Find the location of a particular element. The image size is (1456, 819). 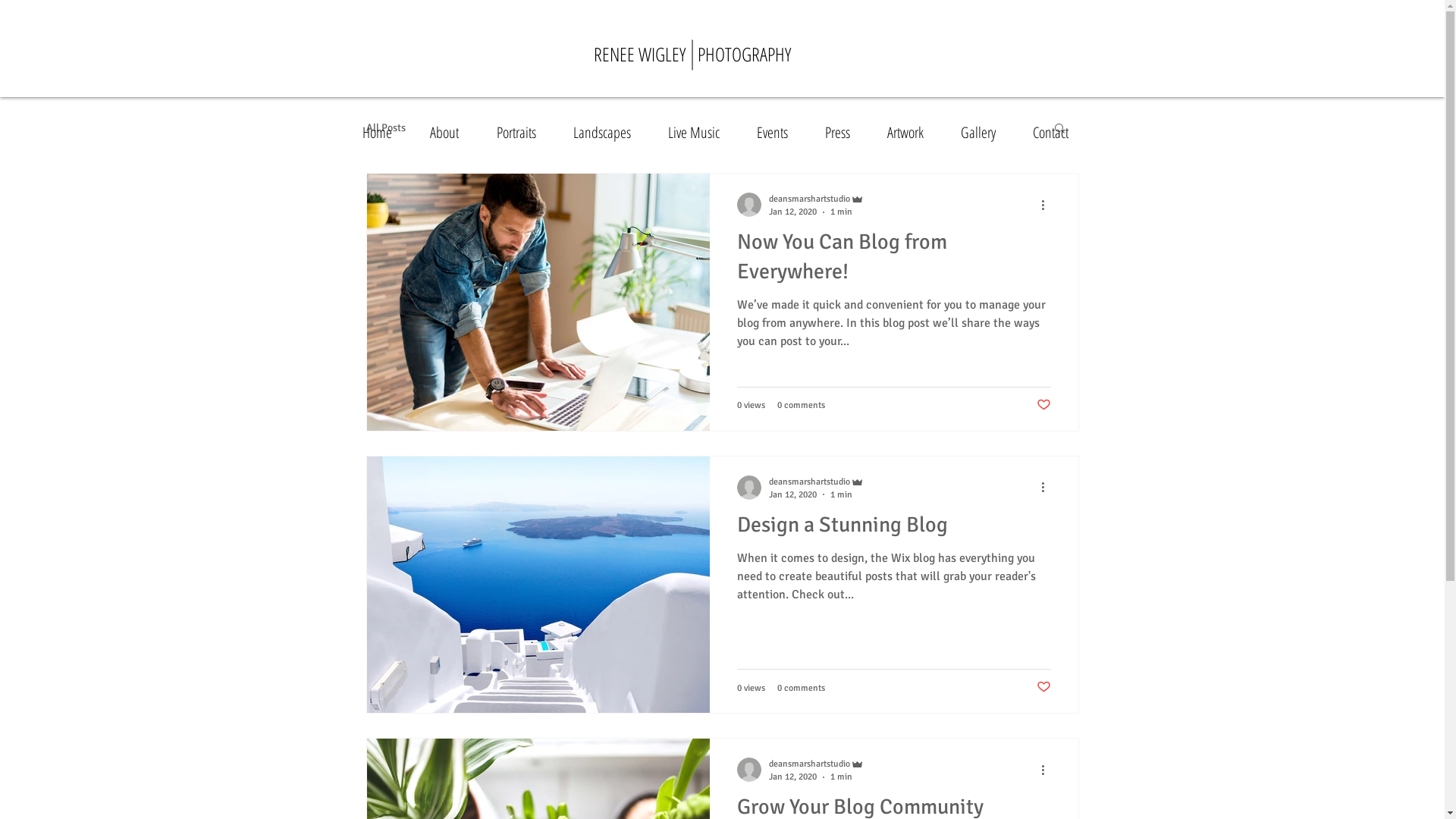

'About' is located at coordinates (419, 131).